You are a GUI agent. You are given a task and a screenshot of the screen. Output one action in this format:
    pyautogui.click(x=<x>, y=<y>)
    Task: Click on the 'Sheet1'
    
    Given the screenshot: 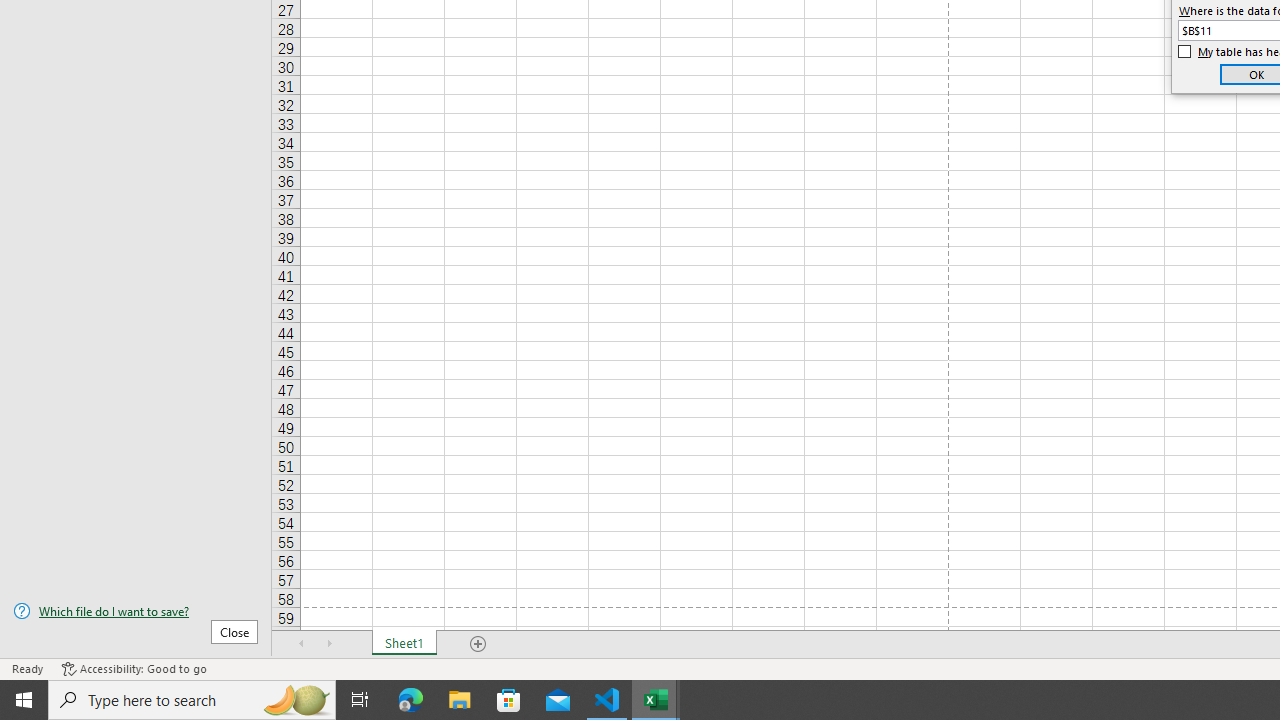 What is the action you would take?
    pyautogui.click(x=403, y=644)
    